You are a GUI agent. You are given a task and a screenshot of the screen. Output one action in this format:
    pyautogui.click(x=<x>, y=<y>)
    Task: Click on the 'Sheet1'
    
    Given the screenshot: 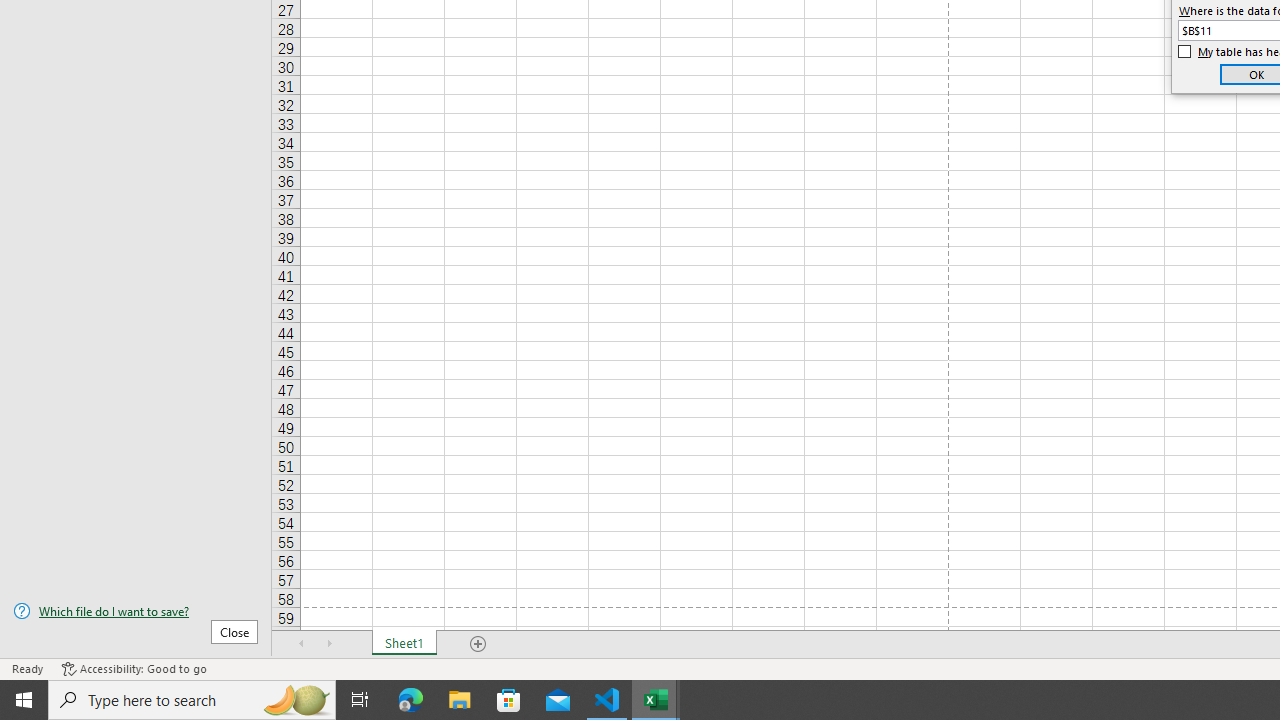 What is the action you would take?
    pyautogui.click(x=403, y=644)
    